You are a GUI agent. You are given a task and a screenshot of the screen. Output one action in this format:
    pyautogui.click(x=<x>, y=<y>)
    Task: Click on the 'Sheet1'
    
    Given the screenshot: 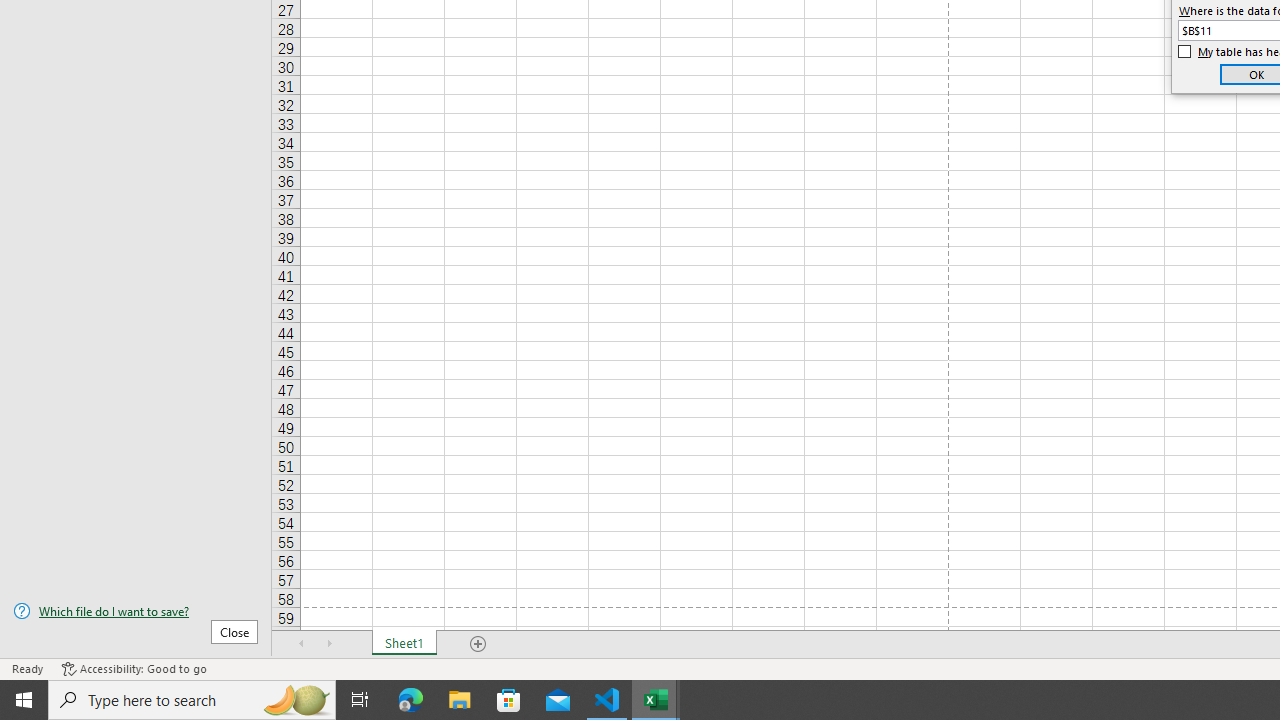 What is the action you would take?
    pyautogui.click(x=403, y=644)
    